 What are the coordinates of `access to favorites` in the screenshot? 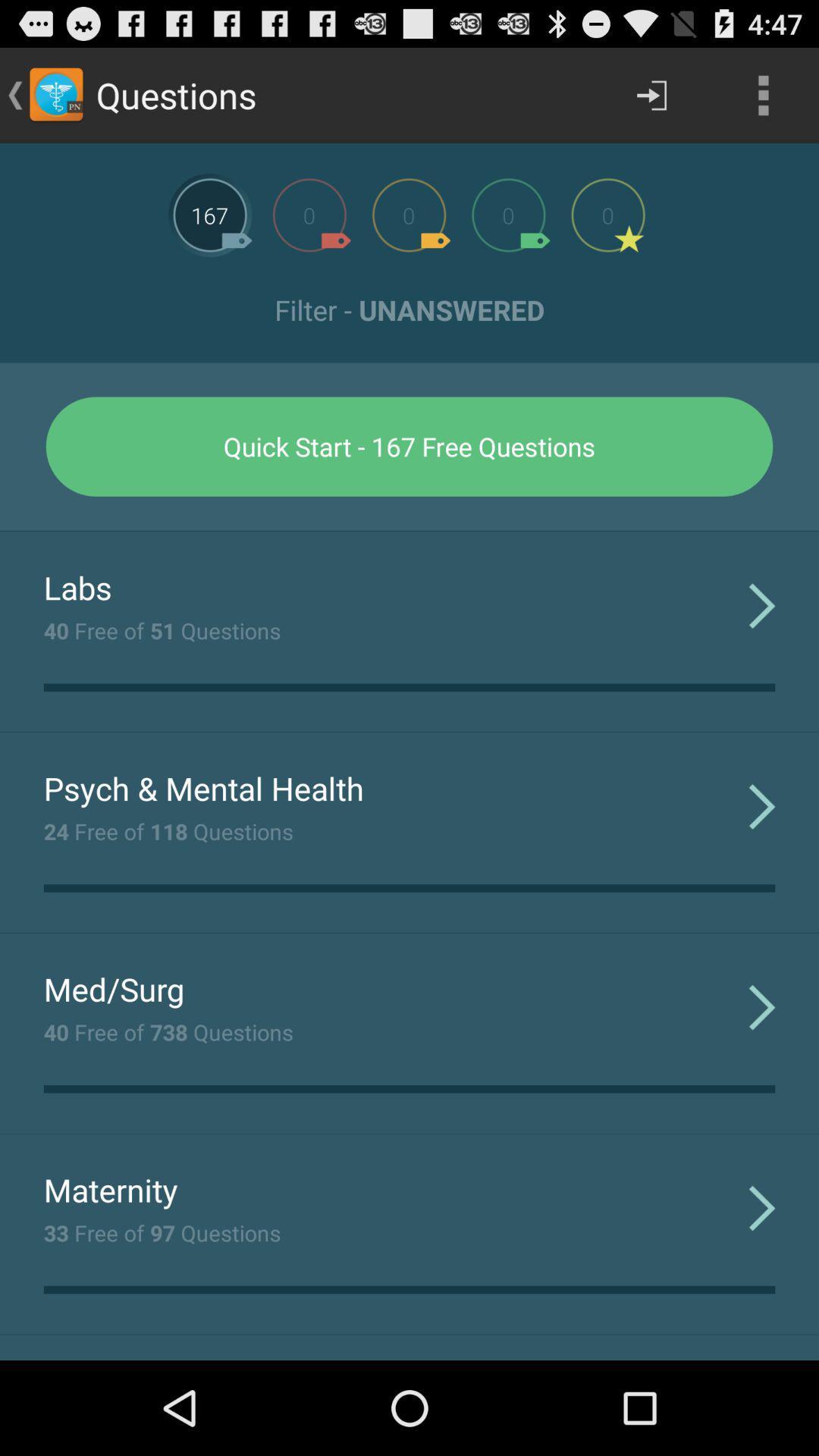 It's located at (607, 214).